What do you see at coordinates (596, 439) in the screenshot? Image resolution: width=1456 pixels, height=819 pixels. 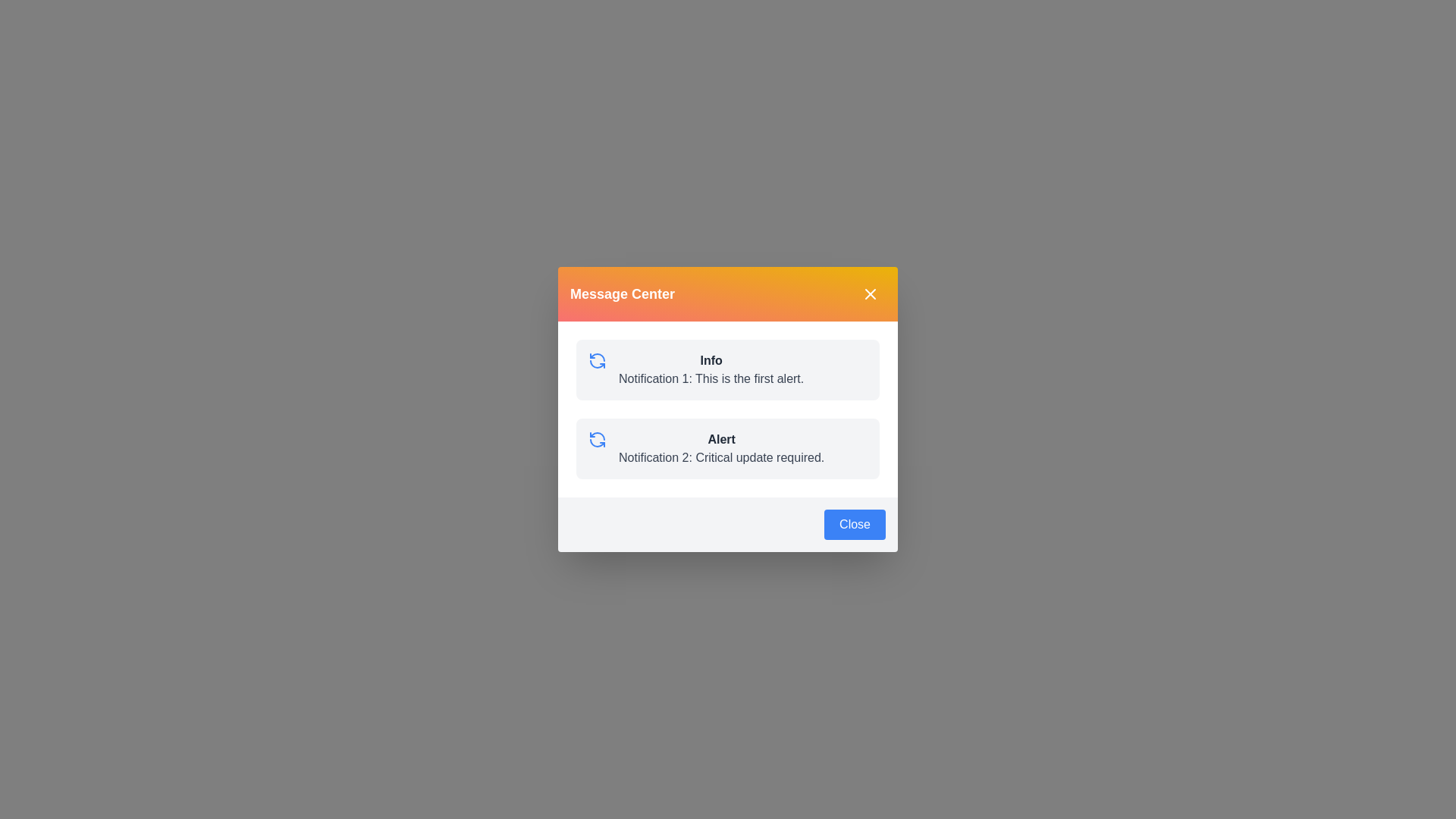 I see `the notification icon for Alert` at bounding box center [596, 439].